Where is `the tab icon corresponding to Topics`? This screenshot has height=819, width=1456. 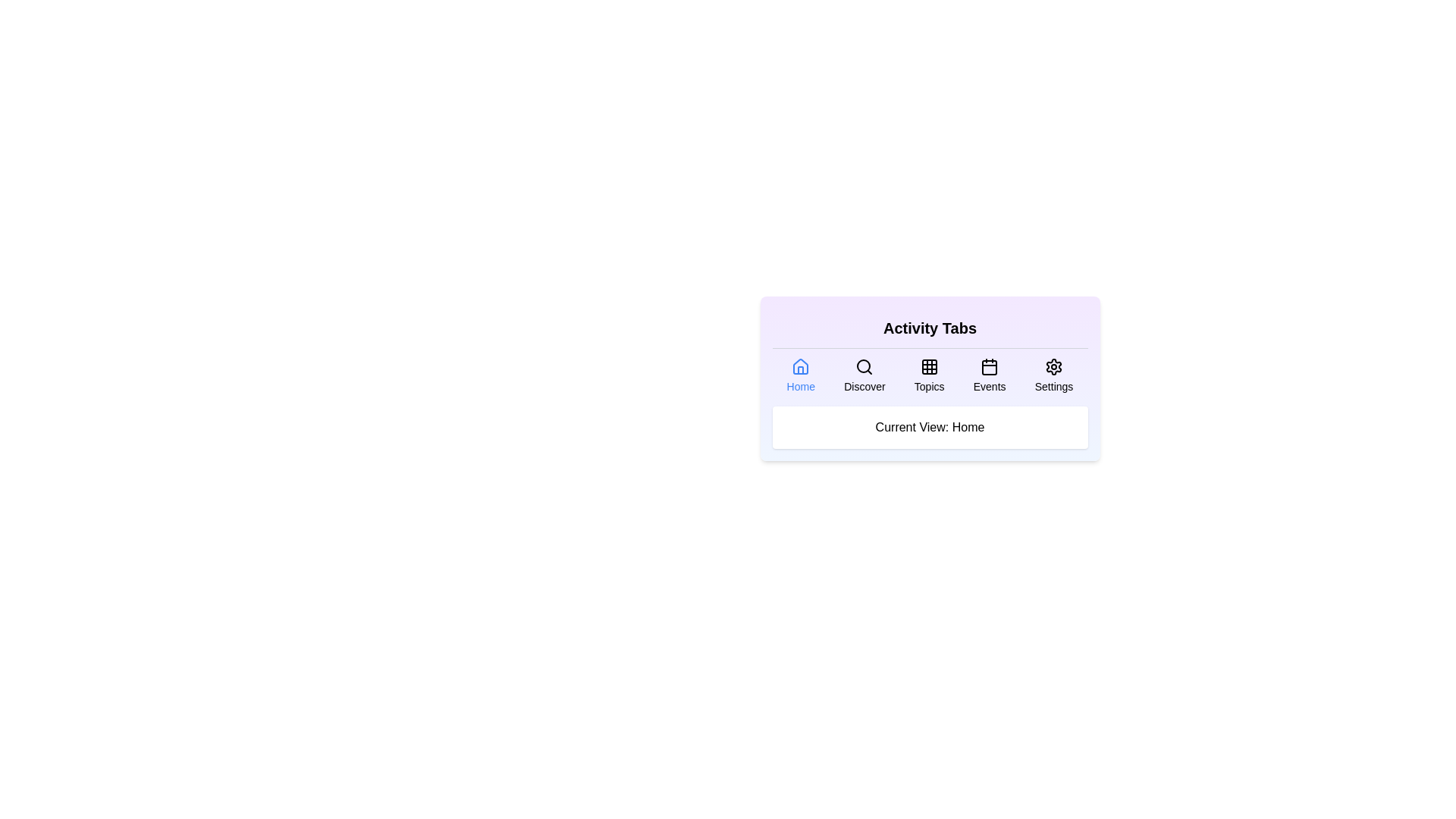 the tab icon corresponding to Topics is located at coordinates (928, 375).